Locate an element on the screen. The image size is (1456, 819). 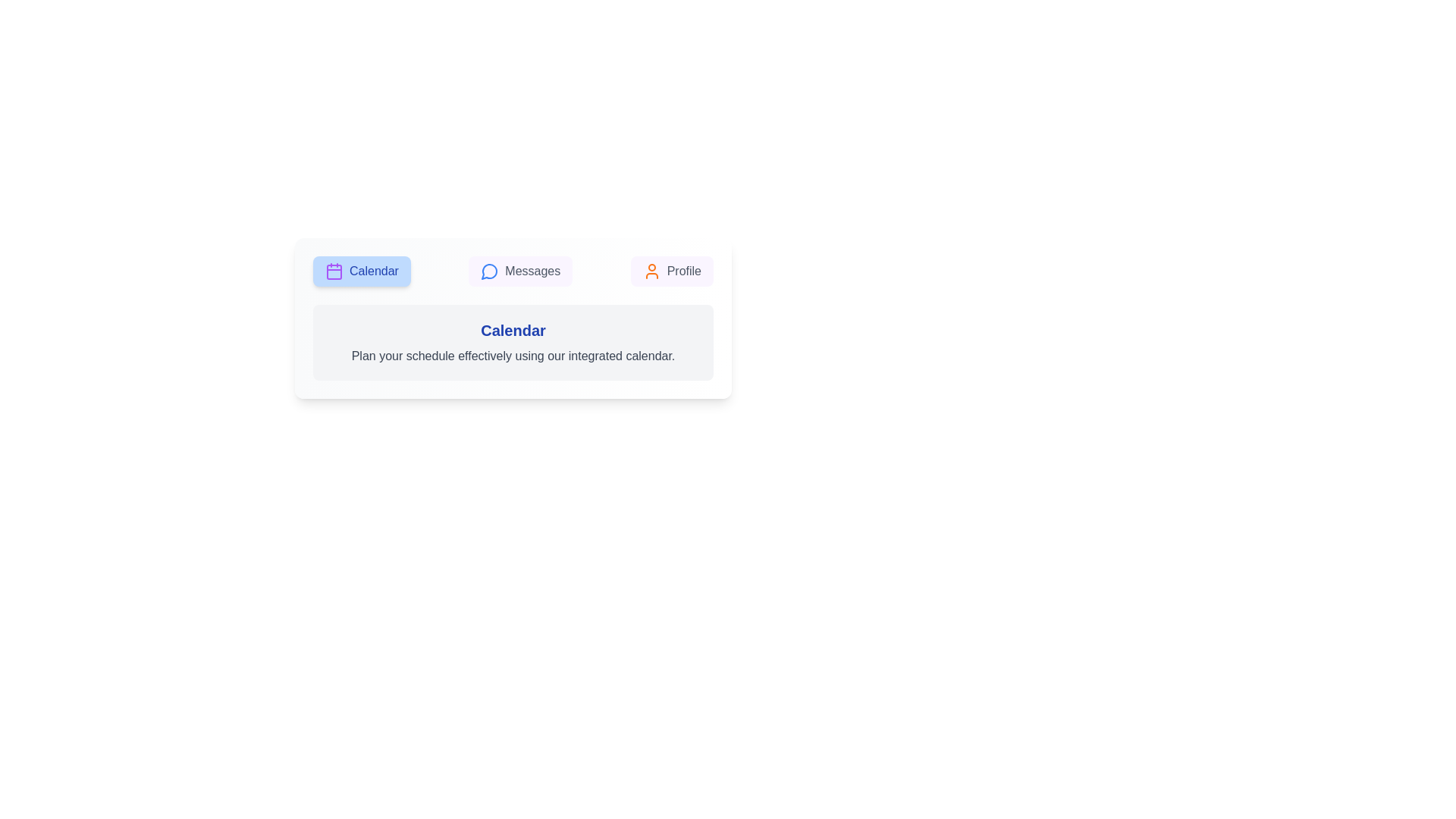
the tab with title Messages is located at coordinates (520, 271).